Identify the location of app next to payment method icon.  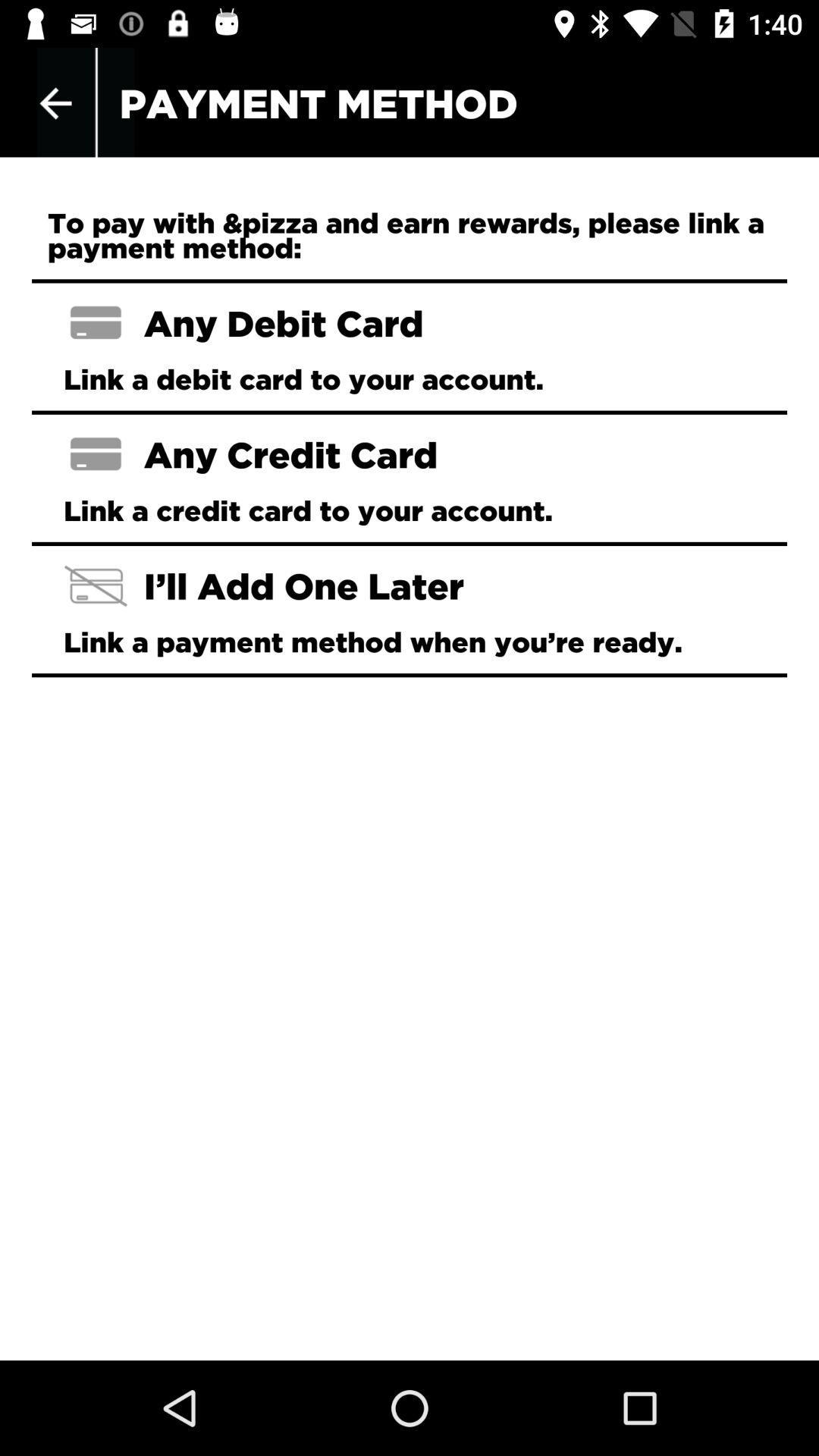
(55, 102).